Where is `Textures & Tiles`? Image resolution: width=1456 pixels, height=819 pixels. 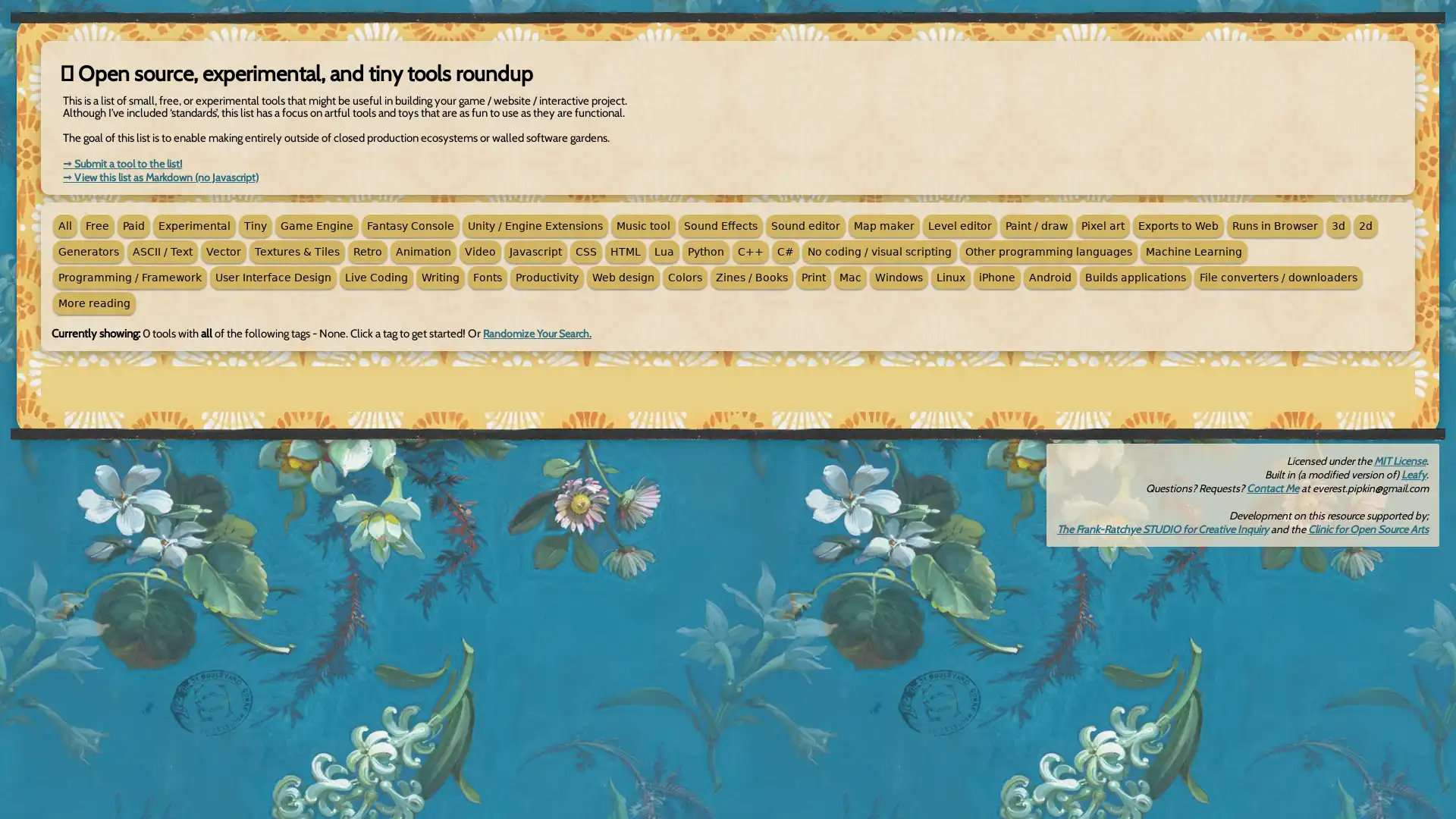 Textures & Tiles is located at coordinates (297, 250).